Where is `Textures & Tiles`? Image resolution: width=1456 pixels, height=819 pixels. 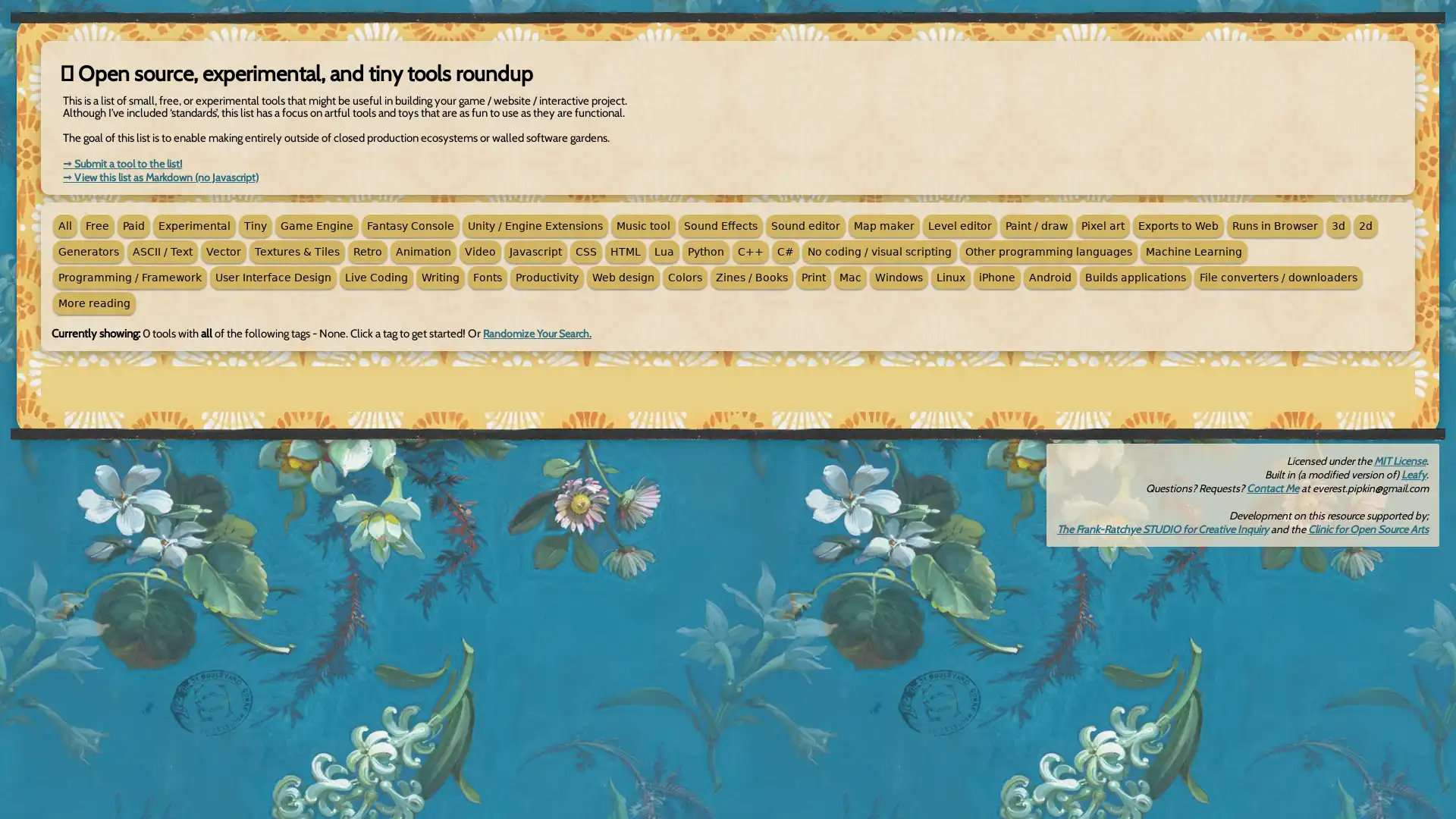 Textures & Tiles is located at coordinates (297, 250).